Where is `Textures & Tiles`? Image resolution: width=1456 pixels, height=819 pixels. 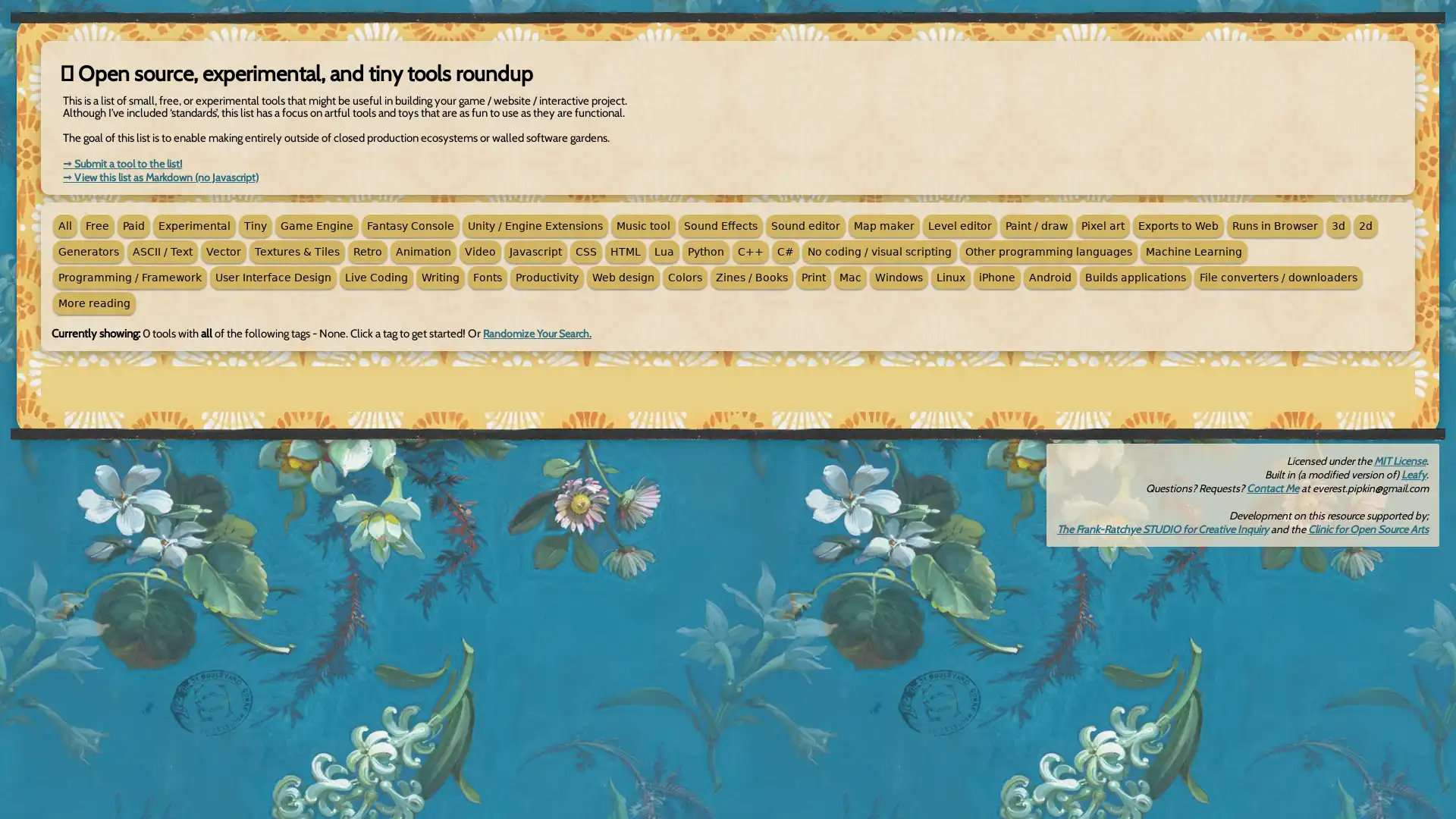 Textures & Tiles is located at coordinates (297, 250).